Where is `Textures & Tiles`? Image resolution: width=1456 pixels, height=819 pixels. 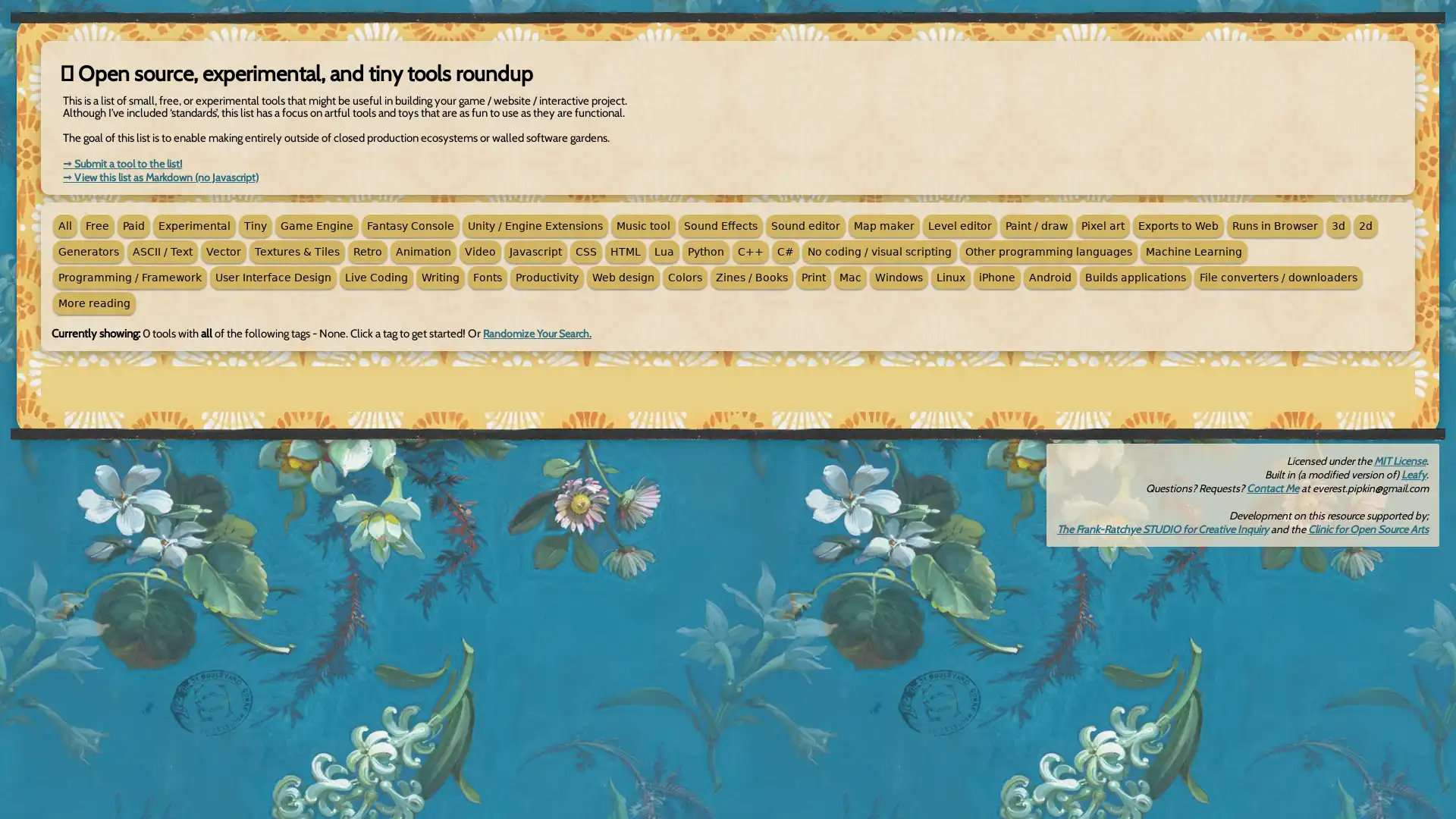 Textures & Tiles is located at coordinates (297, 250).